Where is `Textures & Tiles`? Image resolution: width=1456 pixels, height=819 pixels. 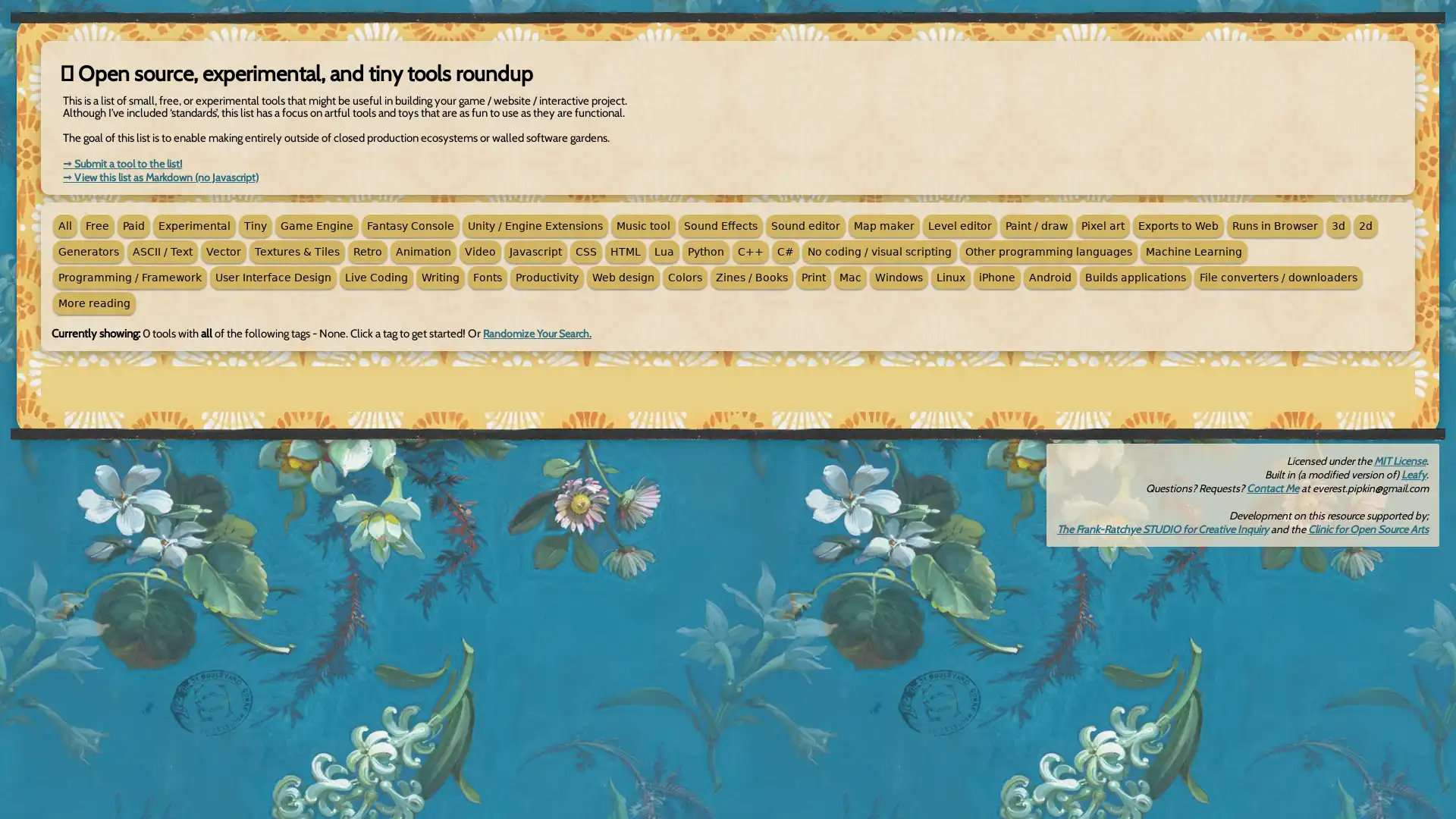 Textures & Tiles is located at coordinates (297, 250).